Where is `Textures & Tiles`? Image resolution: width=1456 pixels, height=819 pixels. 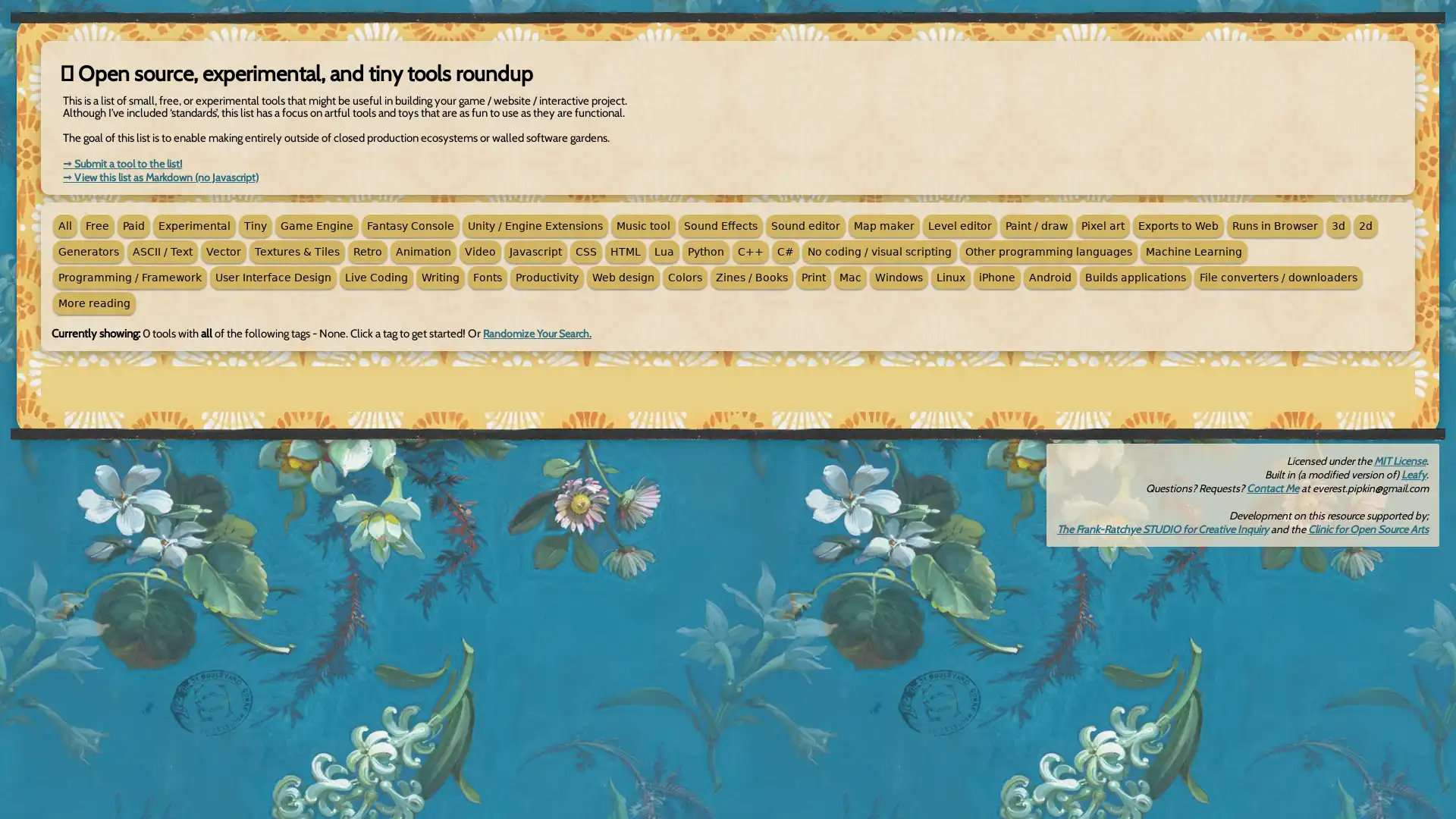 Textures & Tiles is located at coordinates (297, 250).